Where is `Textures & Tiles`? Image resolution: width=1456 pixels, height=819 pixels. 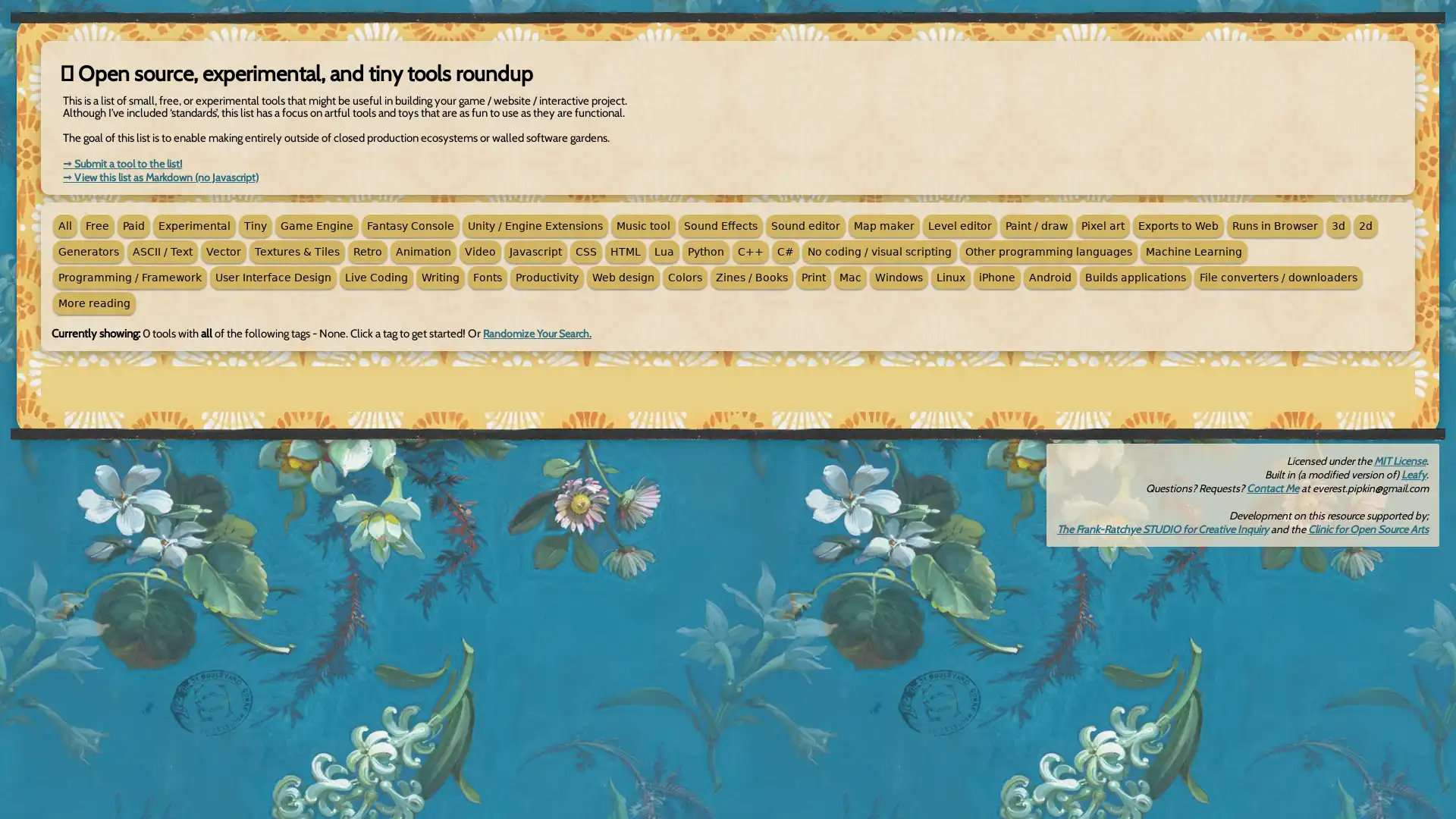 Textures & Tiles is located at coordinates (297, 250).